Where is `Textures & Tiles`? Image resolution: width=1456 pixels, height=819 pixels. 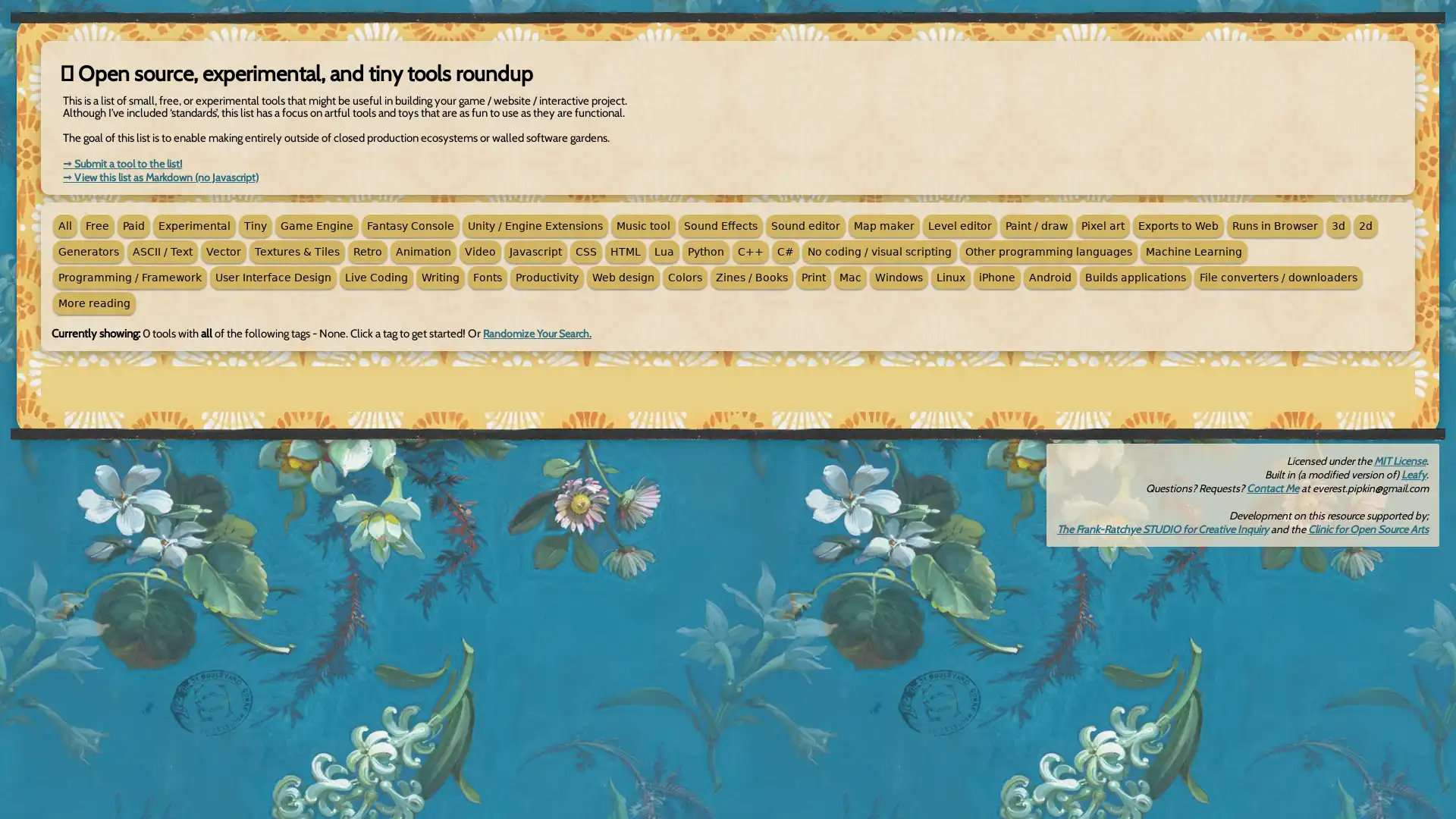 Textures & Tiles is located at coordinates (297, 250).